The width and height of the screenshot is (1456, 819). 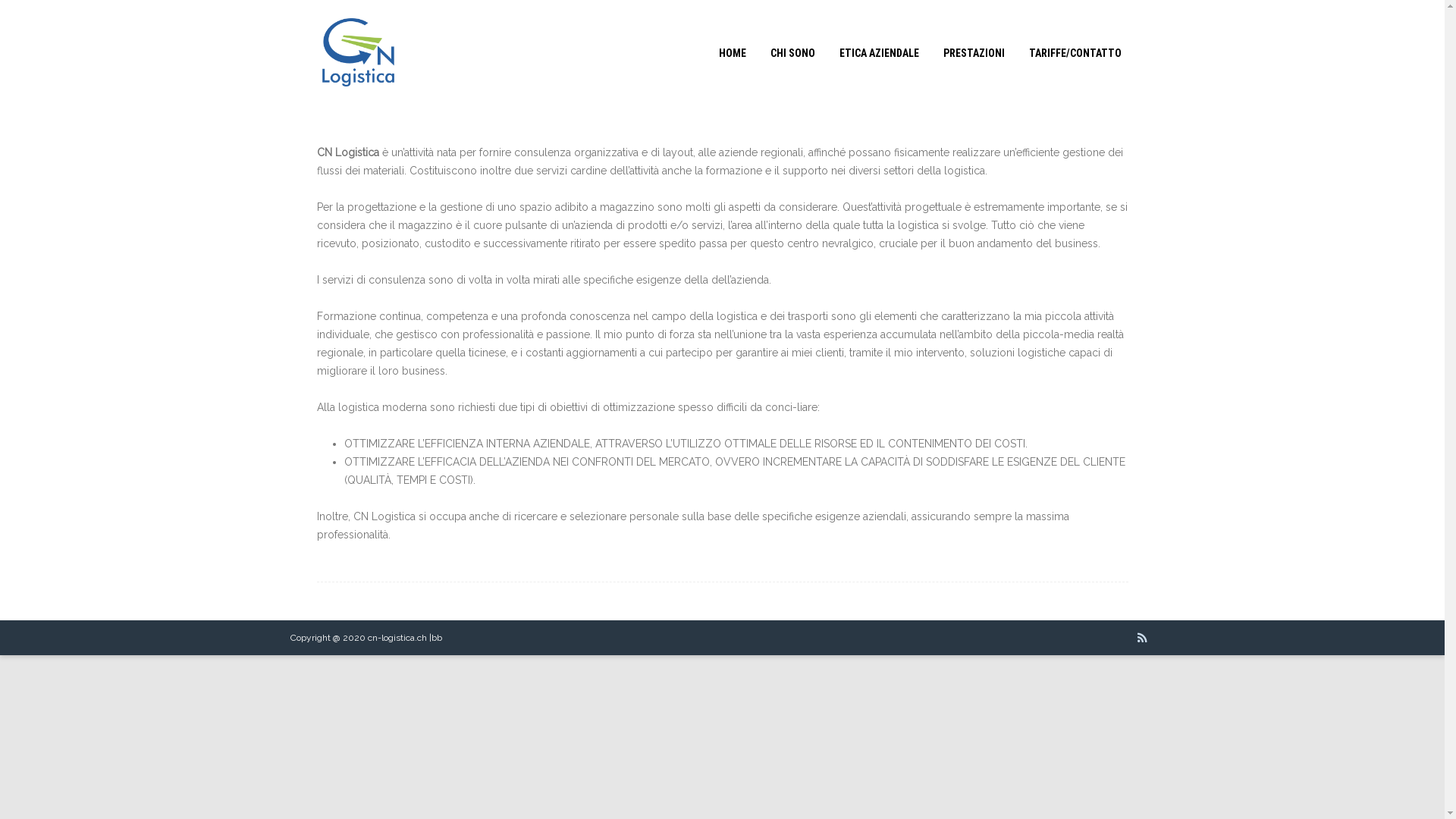 What do you see at coordinates (1074, 52) in the screenshot?
I see `'TARIFFE/CONTATTO'` at bounding box center [1074, 52].